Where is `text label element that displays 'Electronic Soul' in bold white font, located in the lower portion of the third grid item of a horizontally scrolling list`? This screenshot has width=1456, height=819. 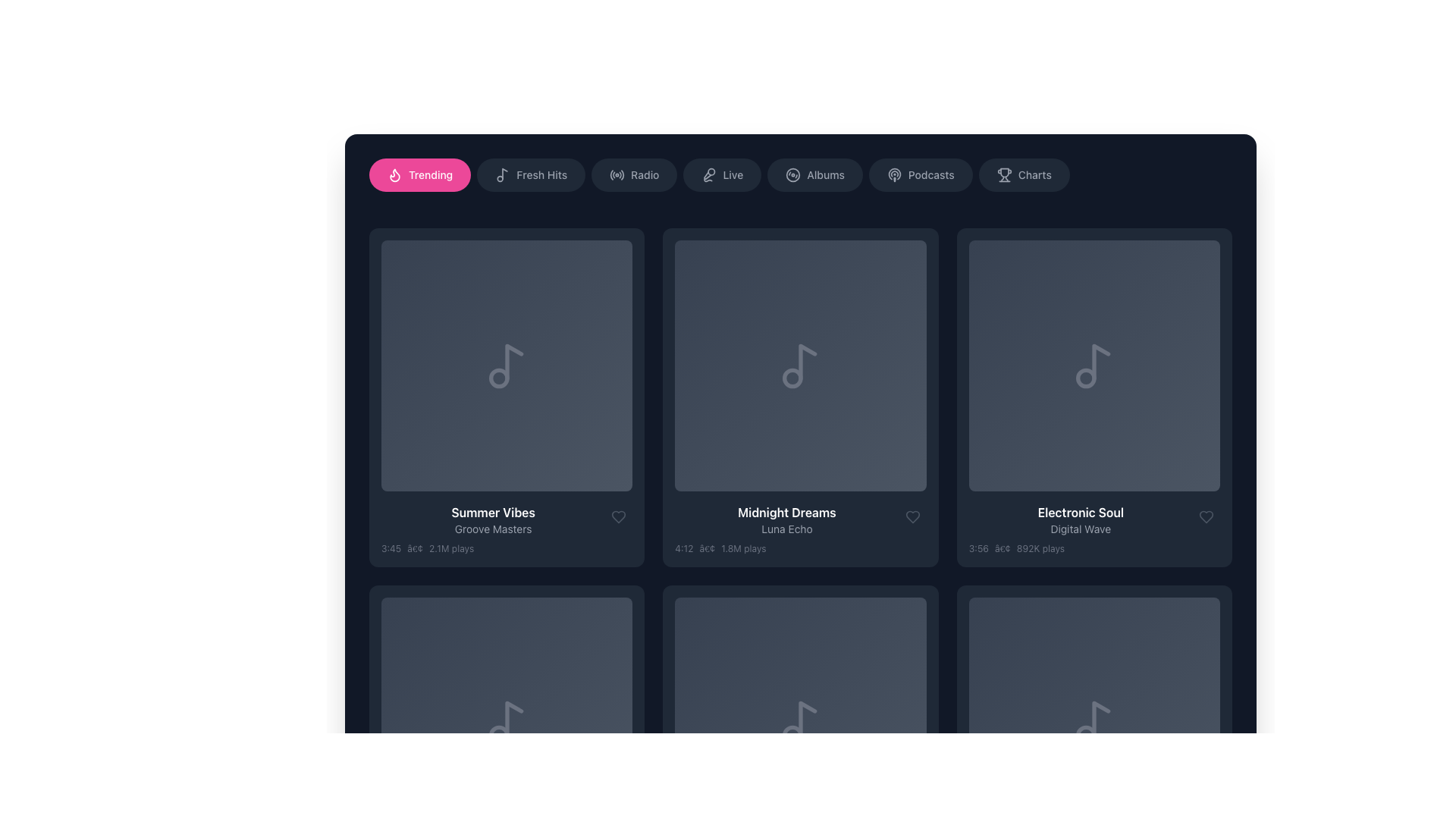
text label element that displays 'Electronic Soul' in bold white font, located in the lower portion of the third grid item of a horizontally scrolling list is located at coordinates (1080, 512).